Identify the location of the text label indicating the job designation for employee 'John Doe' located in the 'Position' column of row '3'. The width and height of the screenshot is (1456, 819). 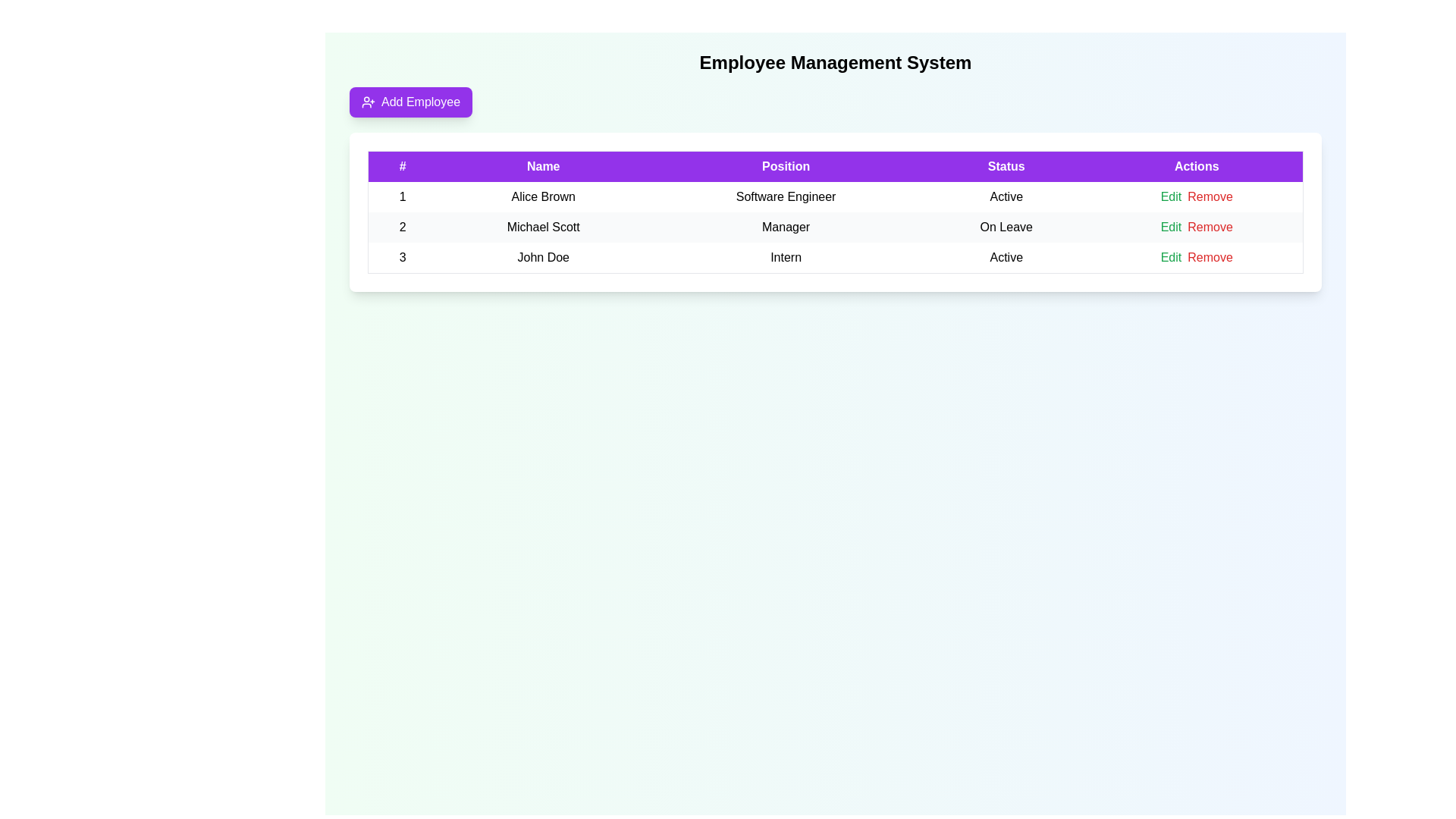
(786, 257).